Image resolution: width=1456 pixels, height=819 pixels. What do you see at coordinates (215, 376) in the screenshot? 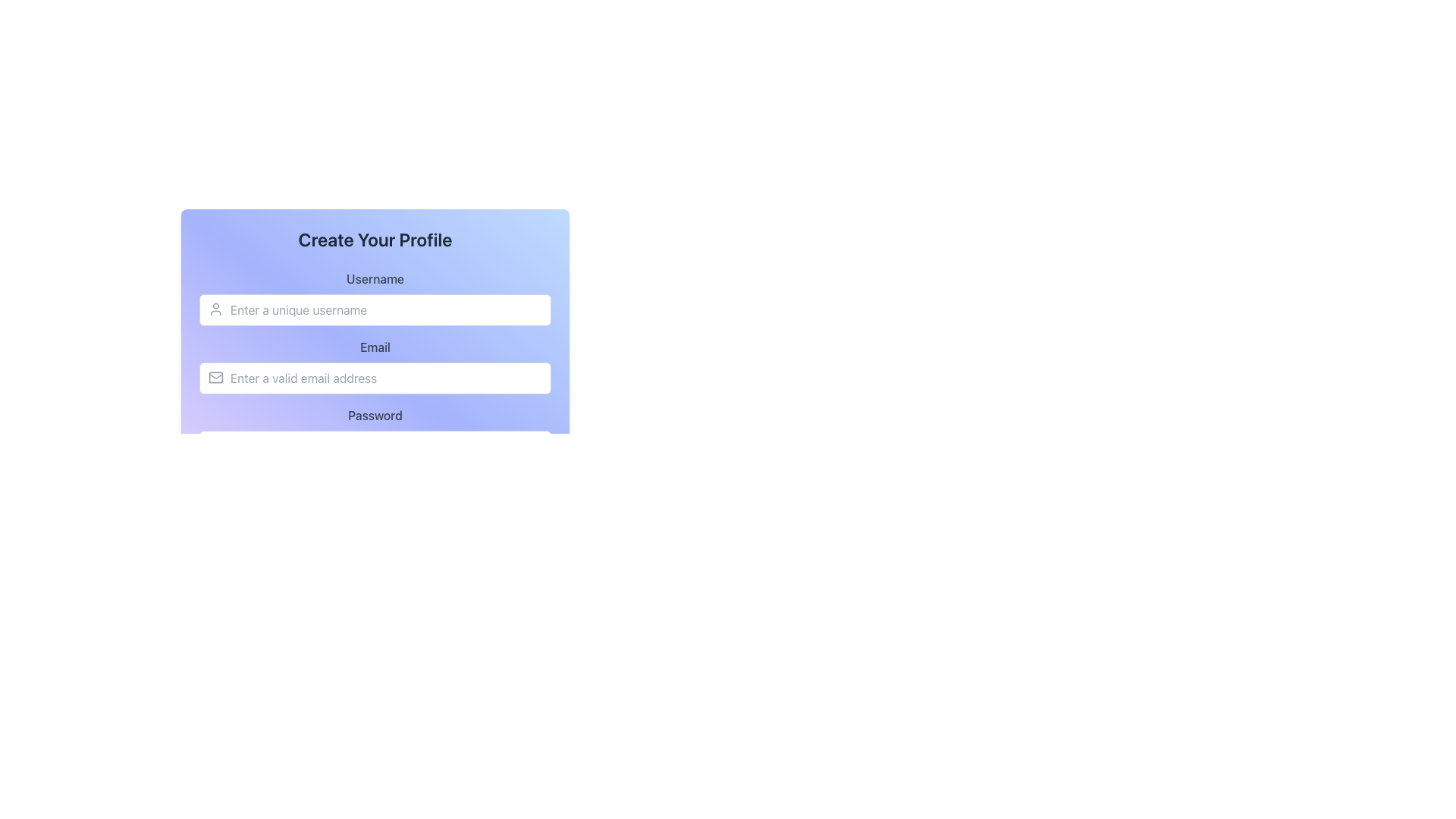
I see `the envelope icon, which is a simplified outline style resembling a classic mail envelope, located to the left of the email input field with the placeholder text 'Enter a valid email address'` at bounding box center [215, 376].